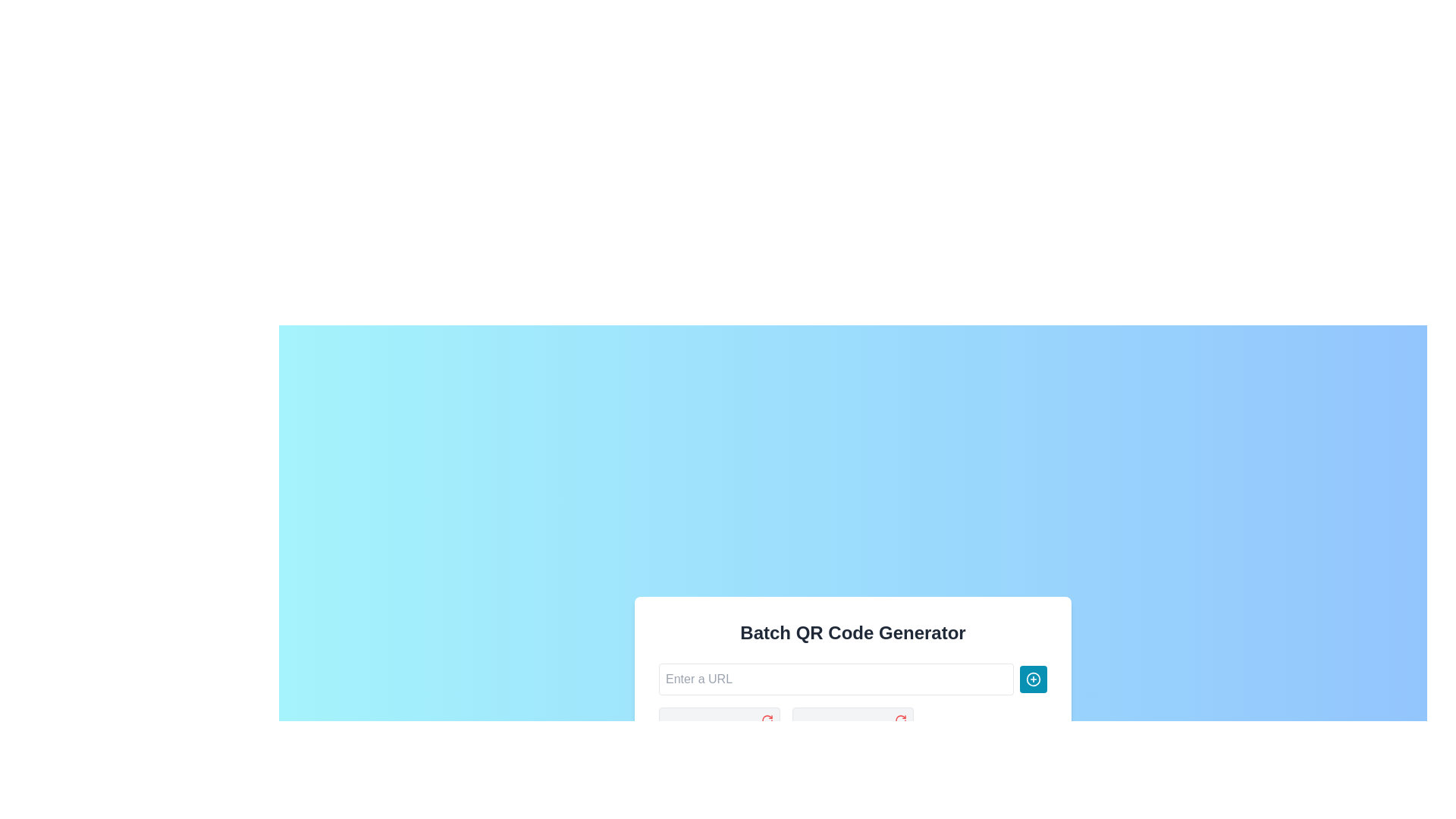 Image resolution: width=1456 pixels, height=819 pixels. I want to click on the circular arrow icon located at the top-right corner of the text input field, which is the first icon in a two-icon set, so click(767, 719).